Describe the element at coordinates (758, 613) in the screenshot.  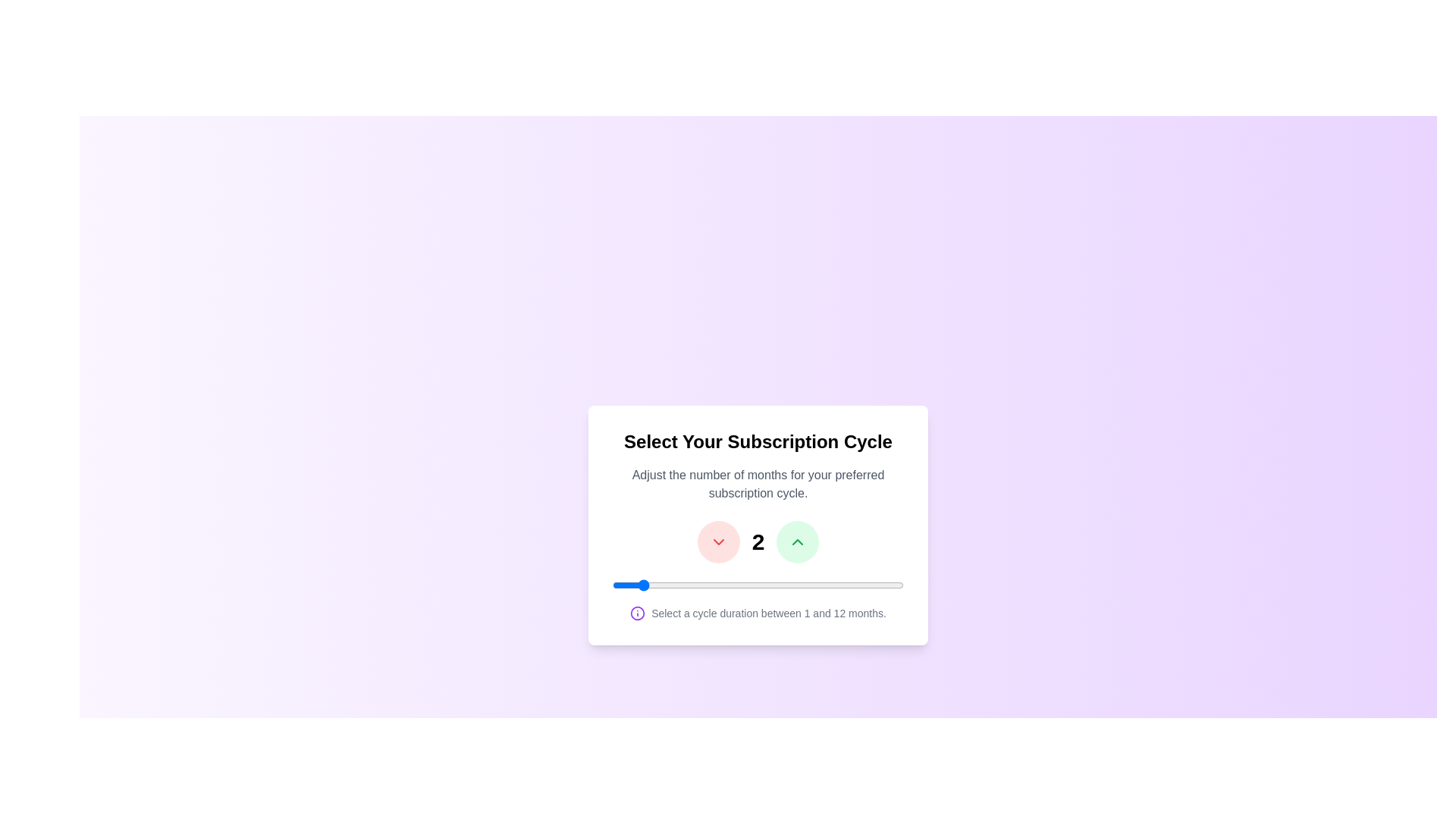
I see `the informational text element that contains the message 'Select a cycle duration between 1 and 12 months.' and has a purple 'info' icon to the left` at that location.